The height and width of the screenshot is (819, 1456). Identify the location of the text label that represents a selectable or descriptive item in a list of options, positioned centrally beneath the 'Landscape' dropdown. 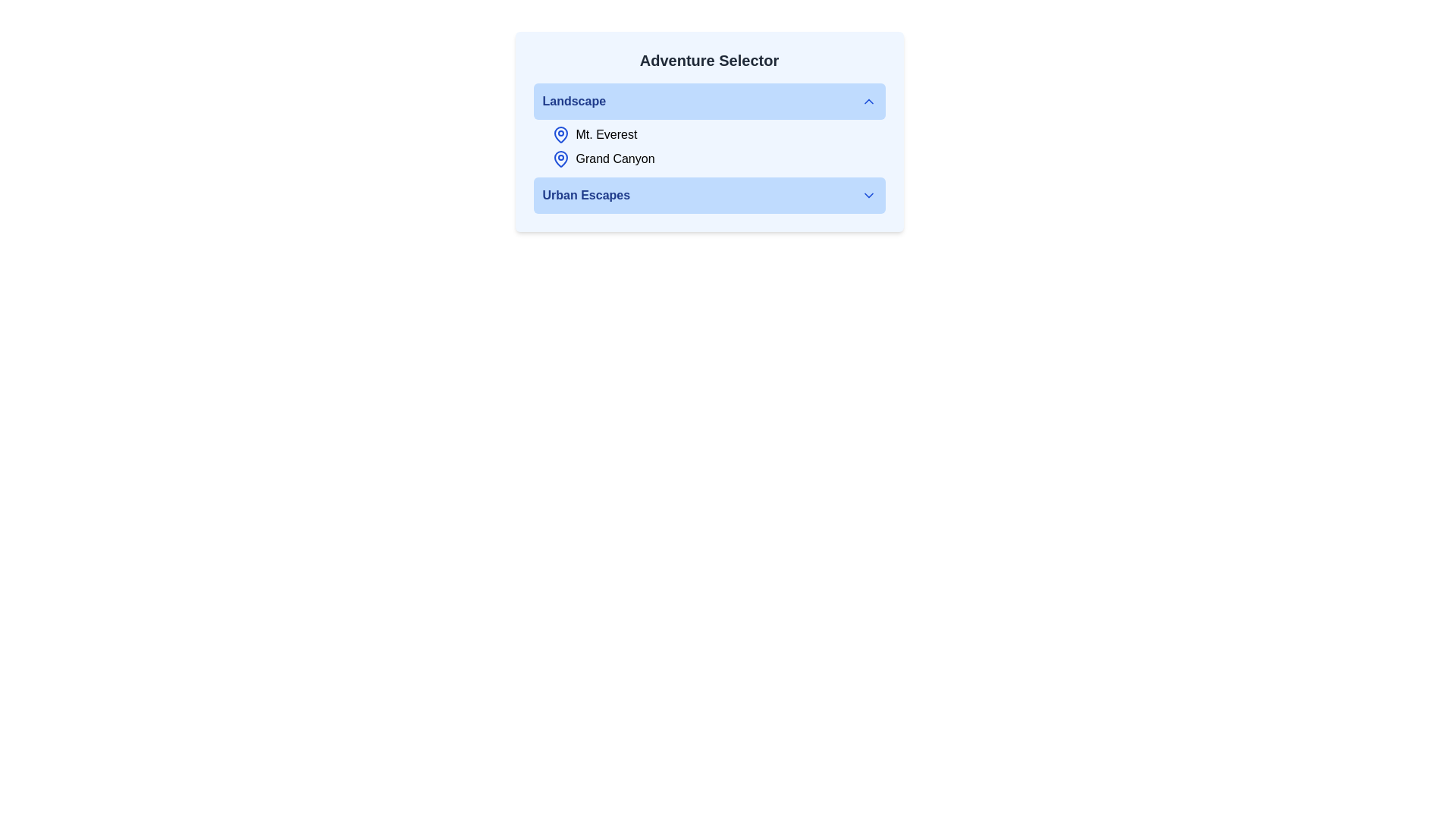
(585, 195).